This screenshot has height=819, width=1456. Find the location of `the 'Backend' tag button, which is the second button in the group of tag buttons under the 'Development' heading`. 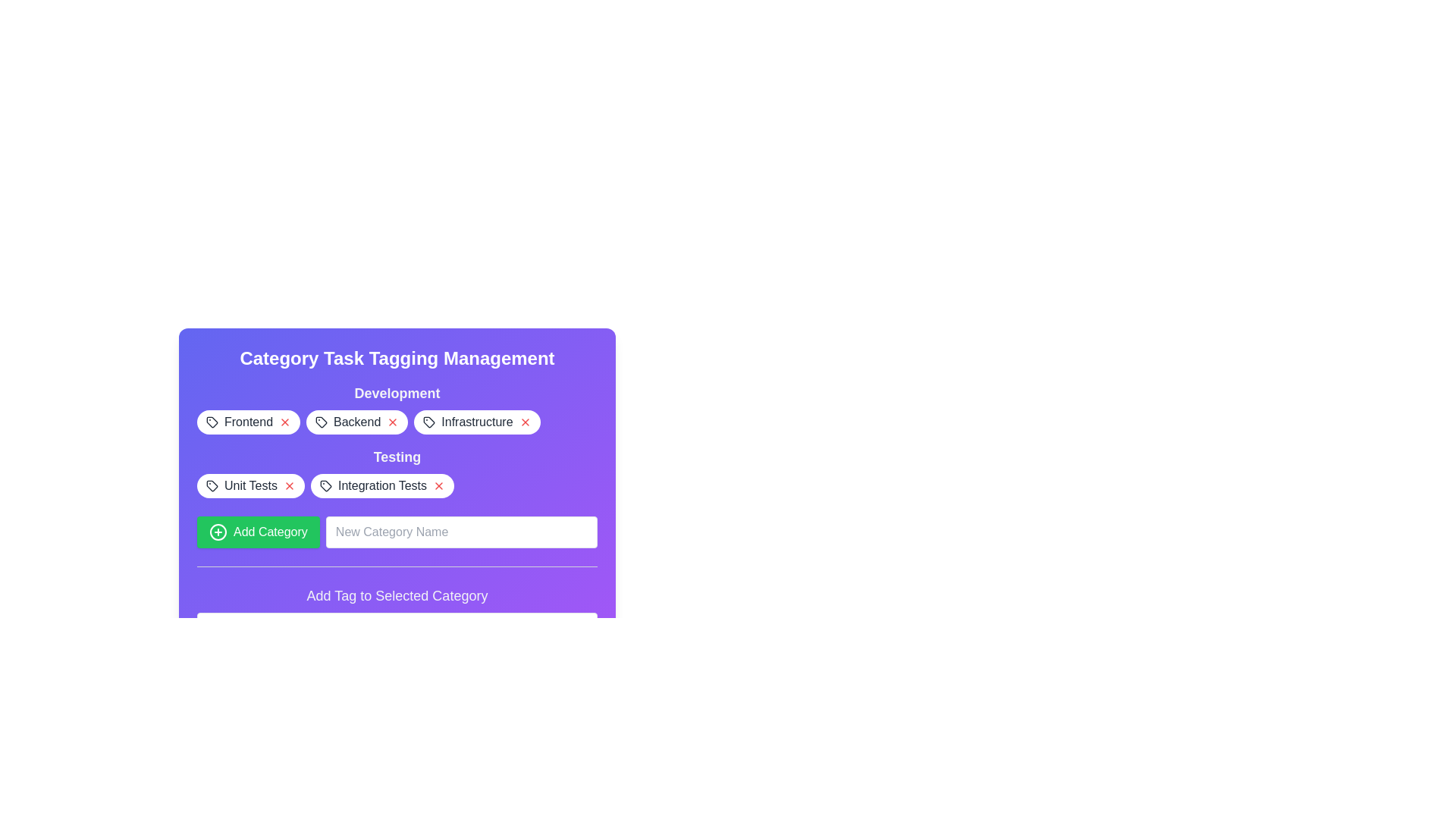

the 'Backend' tag button, which is the second button in the group of tag buttons under the 'Development' heading is located at coordinates (397, 422).